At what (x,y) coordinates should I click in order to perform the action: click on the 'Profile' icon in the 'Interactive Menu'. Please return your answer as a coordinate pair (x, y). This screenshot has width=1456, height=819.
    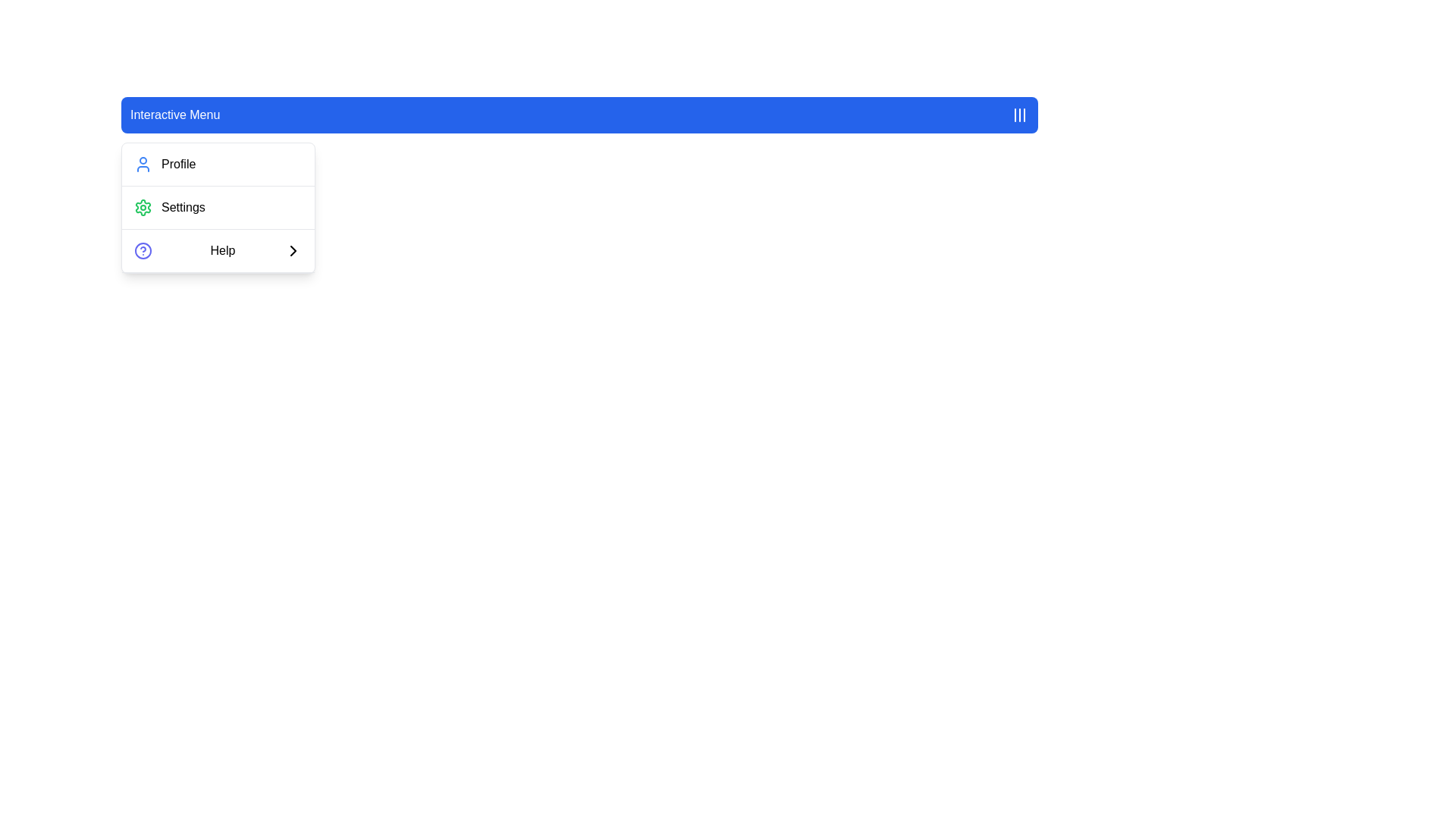
    Looking at the image, I should click on (143, 164).